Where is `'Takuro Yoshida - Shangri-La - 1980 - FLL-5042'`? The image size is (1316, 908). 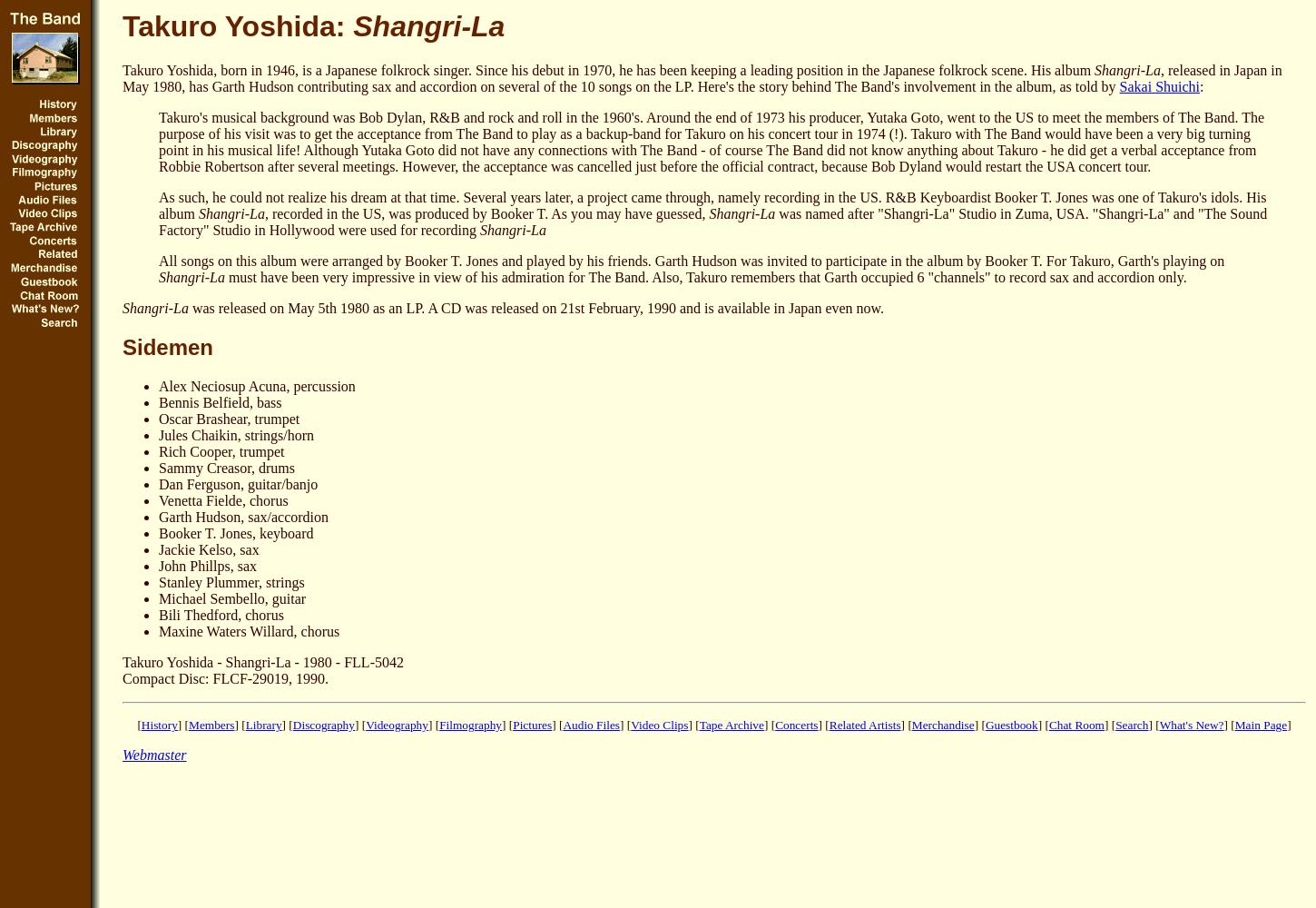
'Takuro Yoshida - Shangri-La - 1980 - FLL-5042' is located at coordinates (121, 661).